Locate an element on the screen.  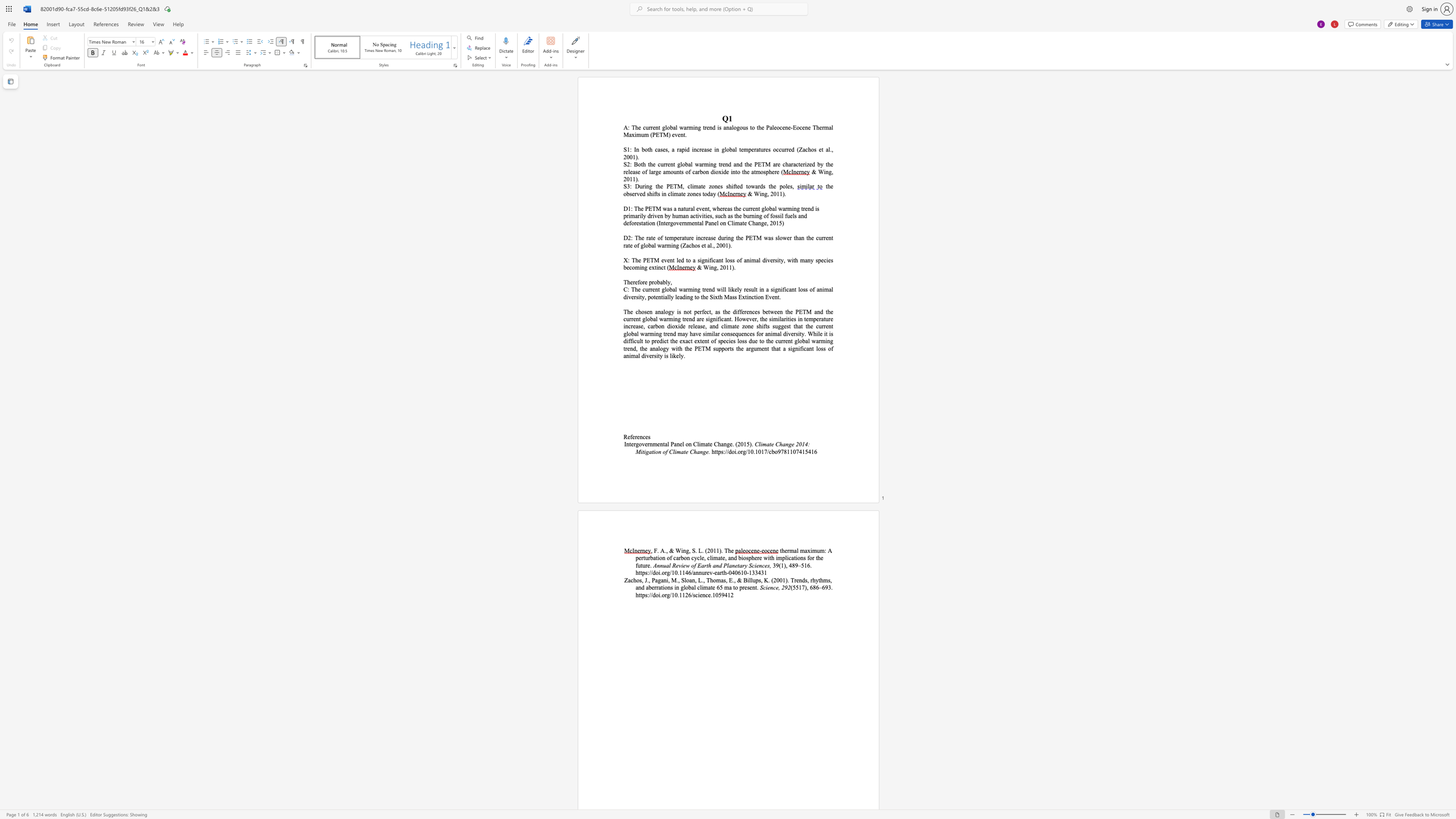
the subset text "the PETM, clima" within the text "S3: During the PETM, climate zones shifted towards the poles," is located at coordinates (655, 185).